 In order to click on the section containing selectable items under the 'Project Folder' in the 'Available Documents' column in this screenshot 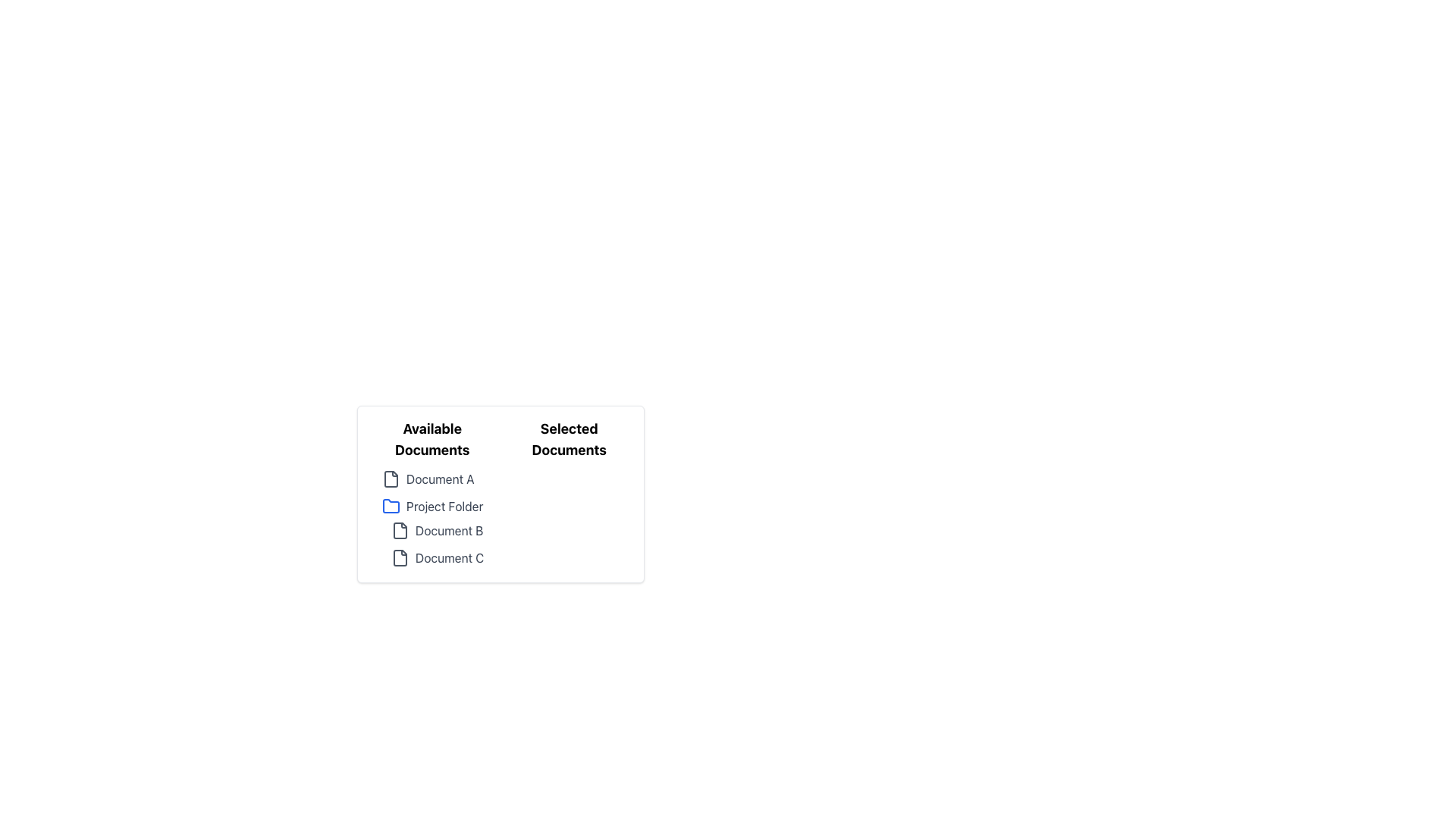, I will do `click(436, 543)`.